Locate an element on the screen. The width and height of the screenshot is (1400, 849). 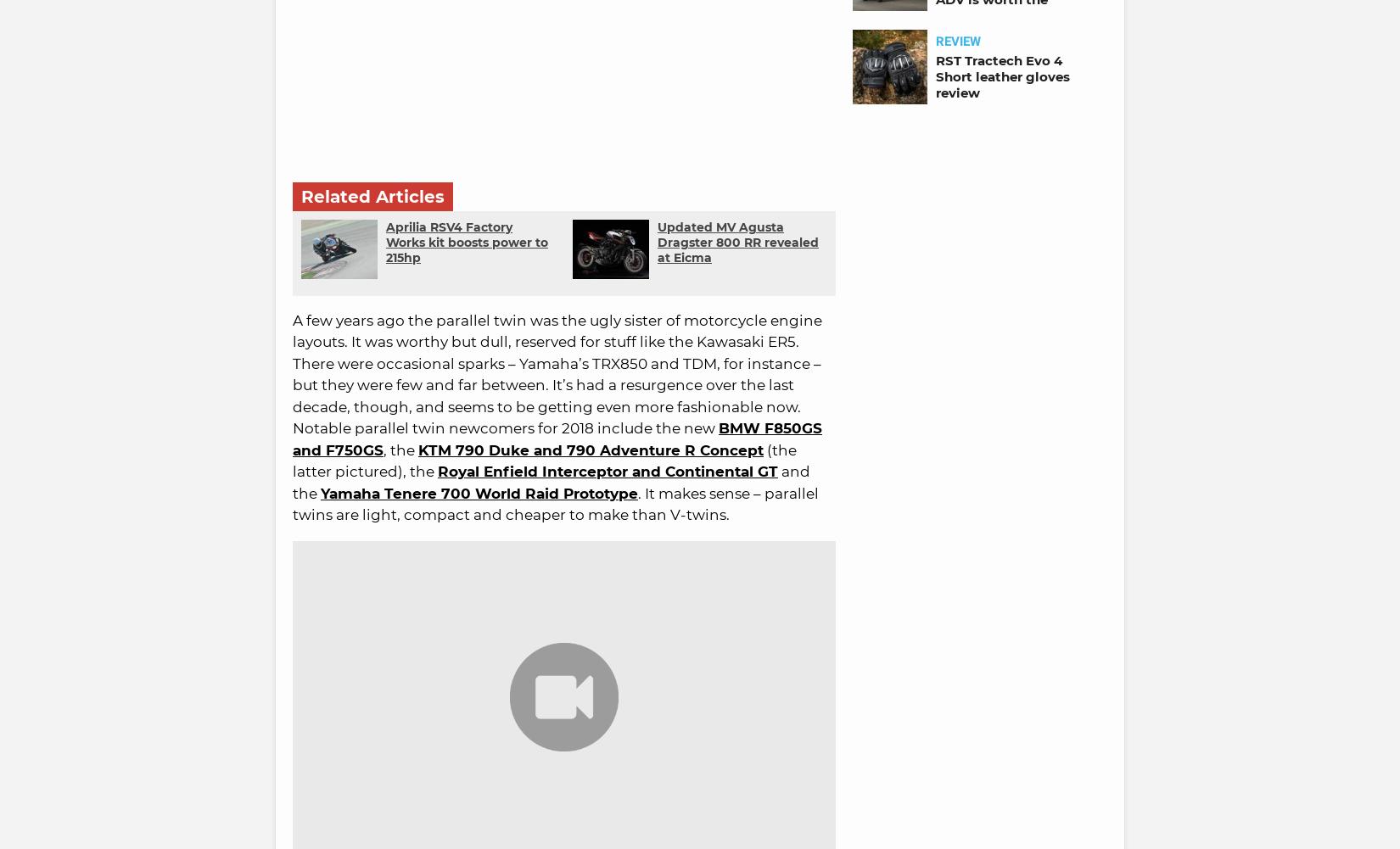
'Royal Enfield Interceptor and Continental GT' is located at coordinates (607, 470).